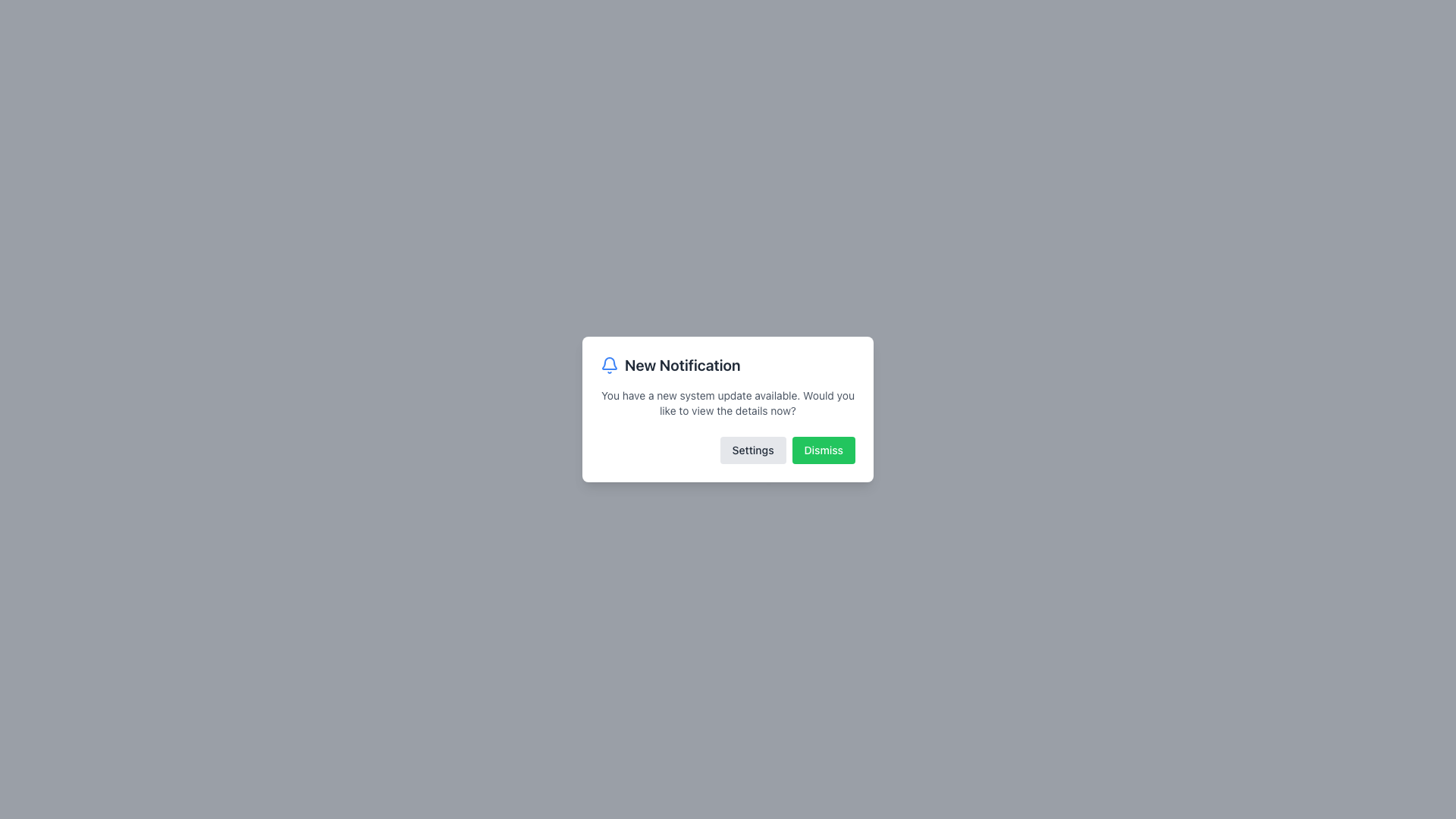 This screenshot has width=1456, height=819. What do you see at coordinates (728, 366) in the screenshot?
I see `text labeling of the Text Heading with Icon located at the top of the modal or notification box, aligned with the blue notification icon` at bounding box center [728, 366].